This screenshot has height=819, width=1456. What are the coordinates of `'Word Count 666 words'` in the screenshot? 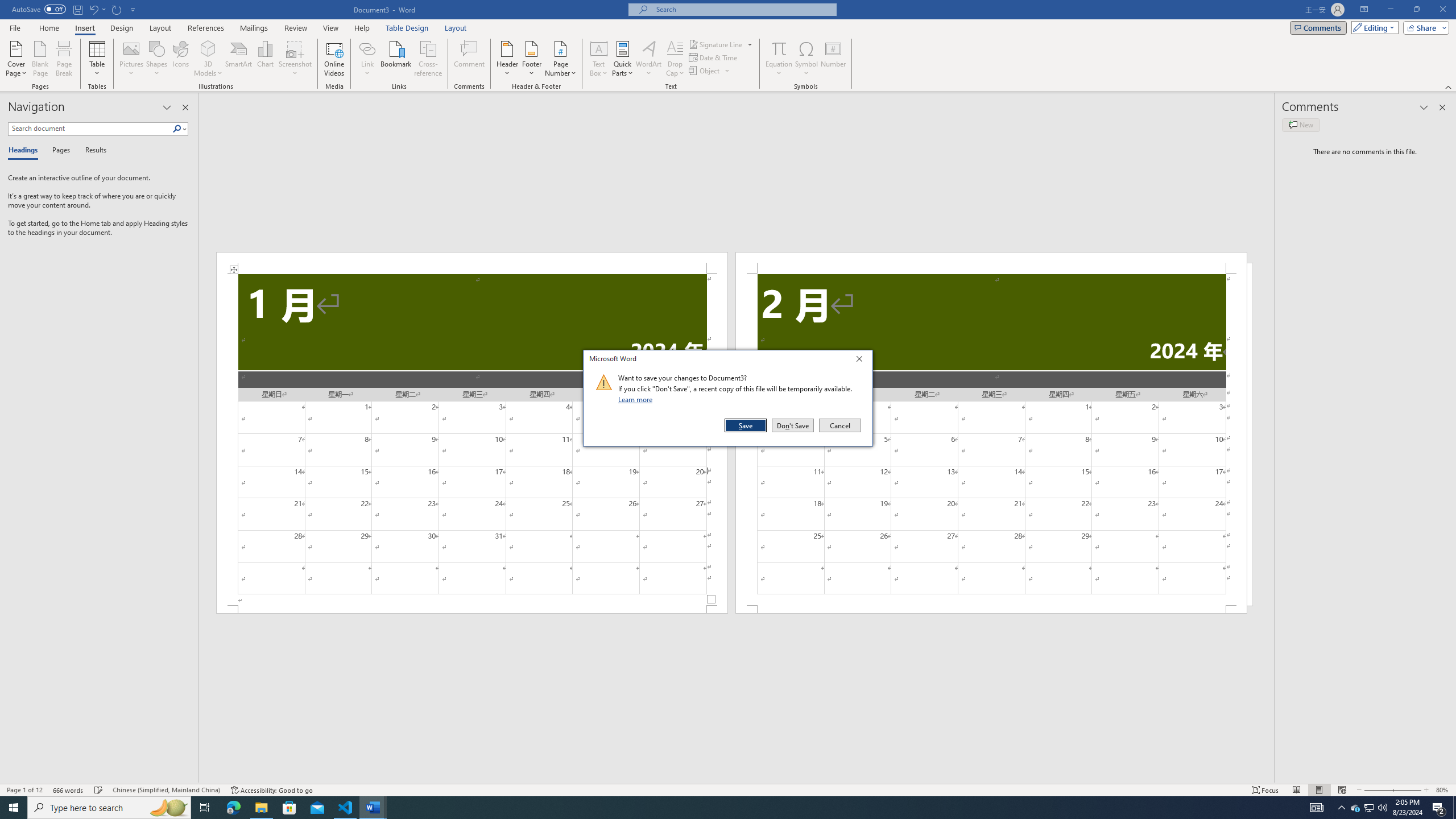 It's located at (69, 790).